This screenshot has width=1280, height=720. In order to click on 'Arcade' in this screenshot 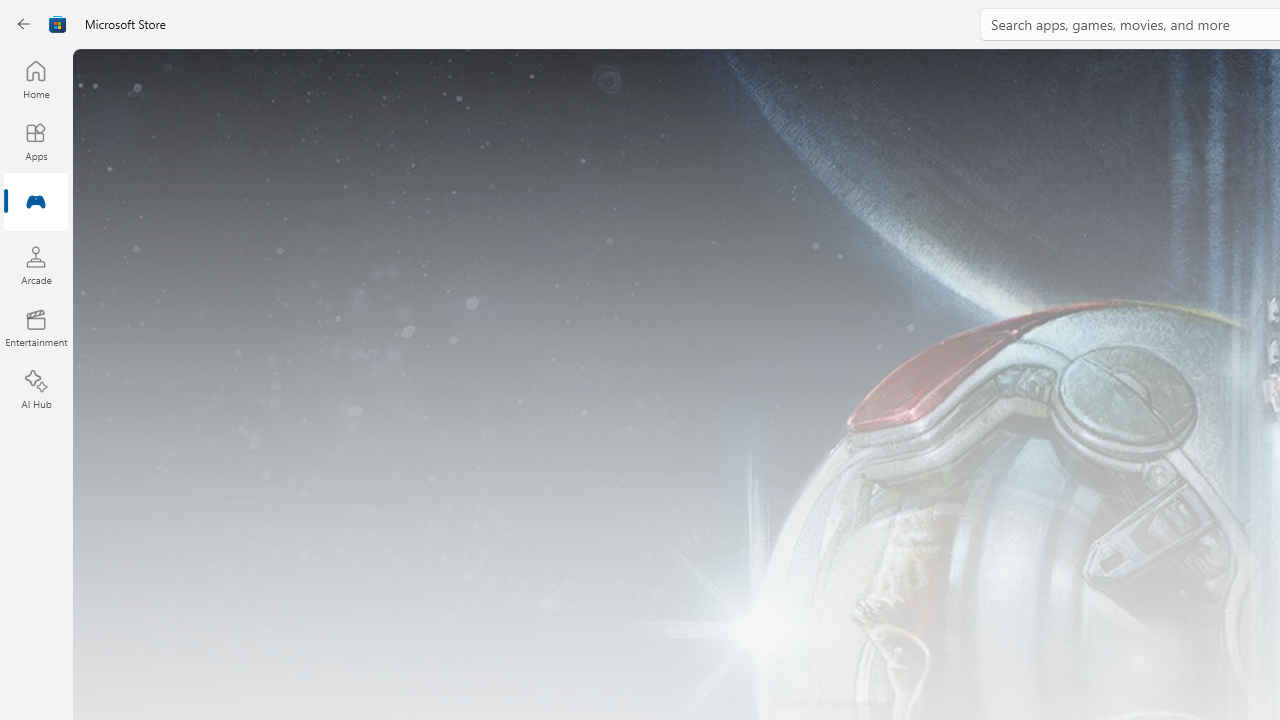, I will do `click(35, 264)`.